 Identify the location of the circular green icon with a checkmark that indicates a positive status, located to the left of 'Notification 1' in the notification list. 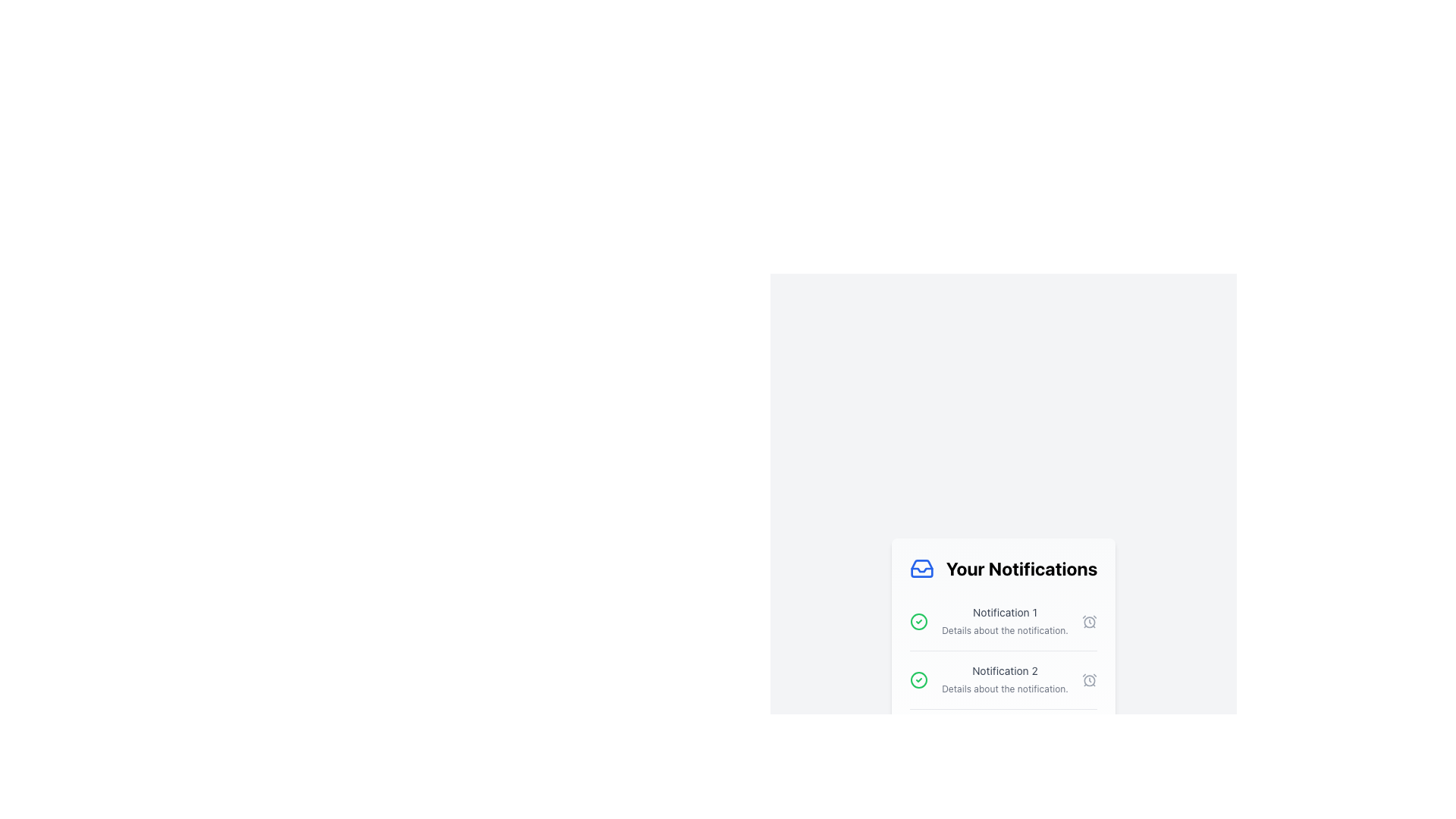
(918, 622).